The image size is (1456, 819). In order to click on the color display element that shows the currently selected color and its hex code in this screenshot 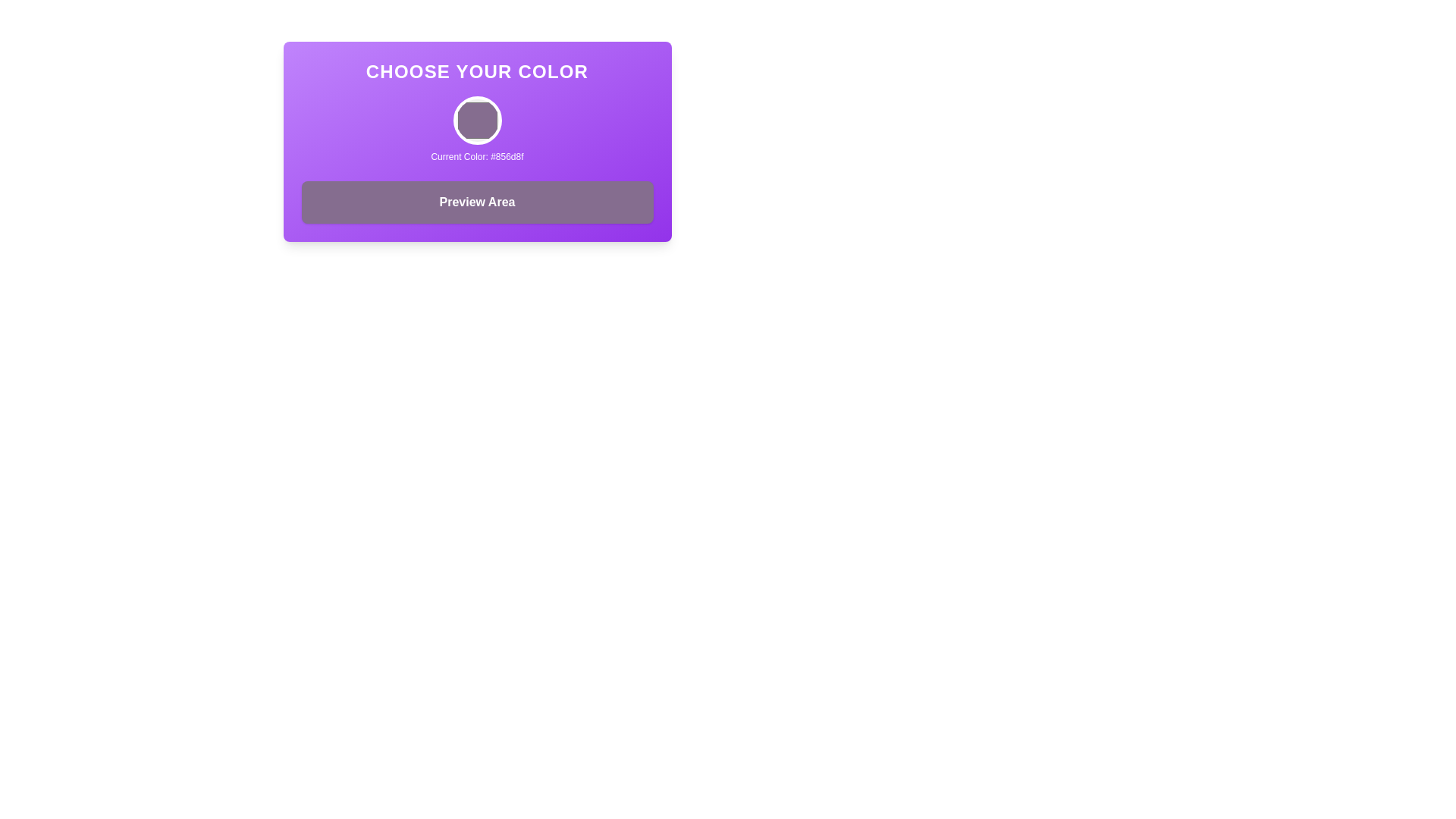, I will do `click(476, 128)`.